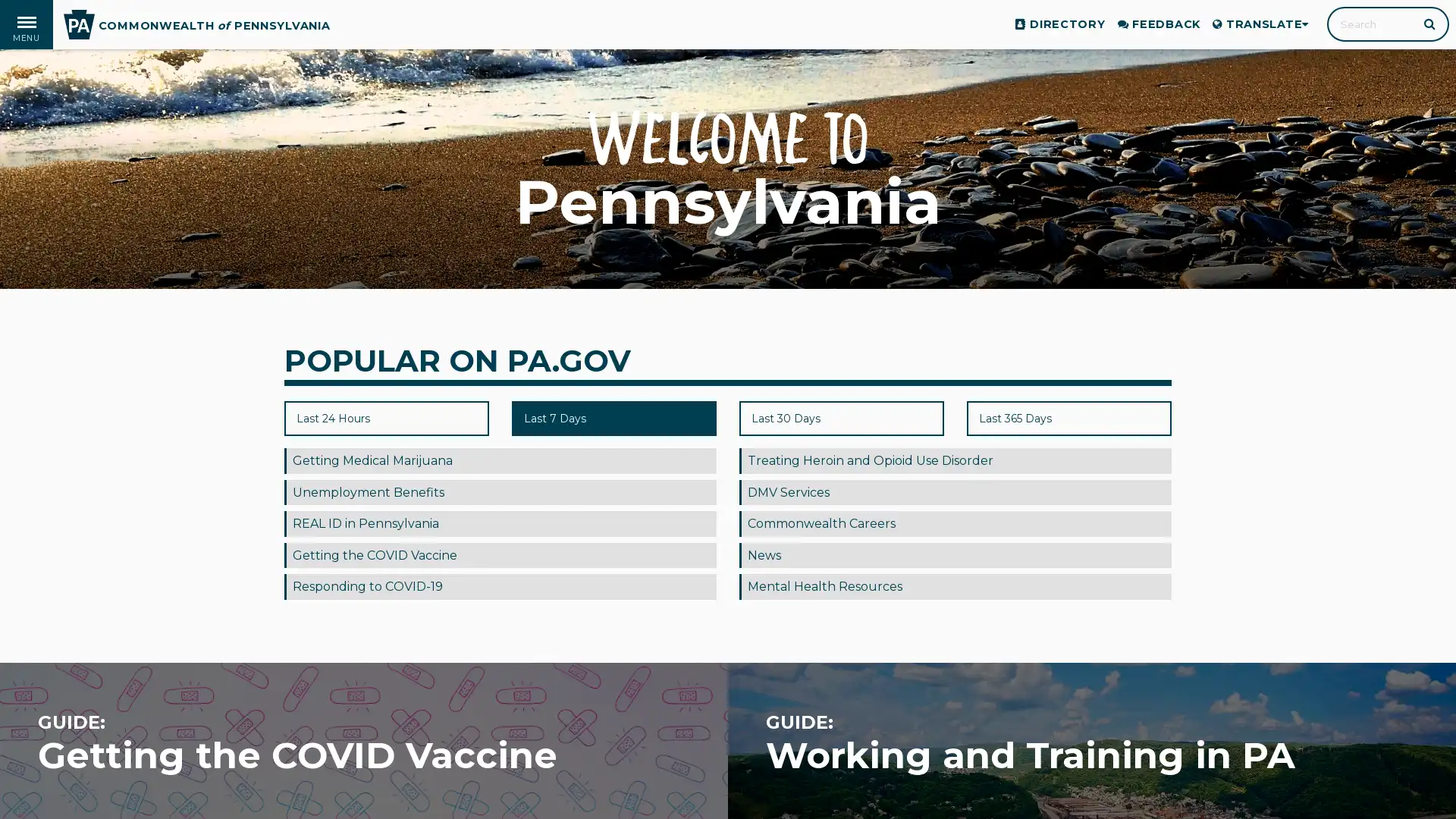 This screenshot has width=1456, height=819. What do you see at coordinates (1430, 23) in the screenshot?
I see `Search` at bounding box center [1430, 23].